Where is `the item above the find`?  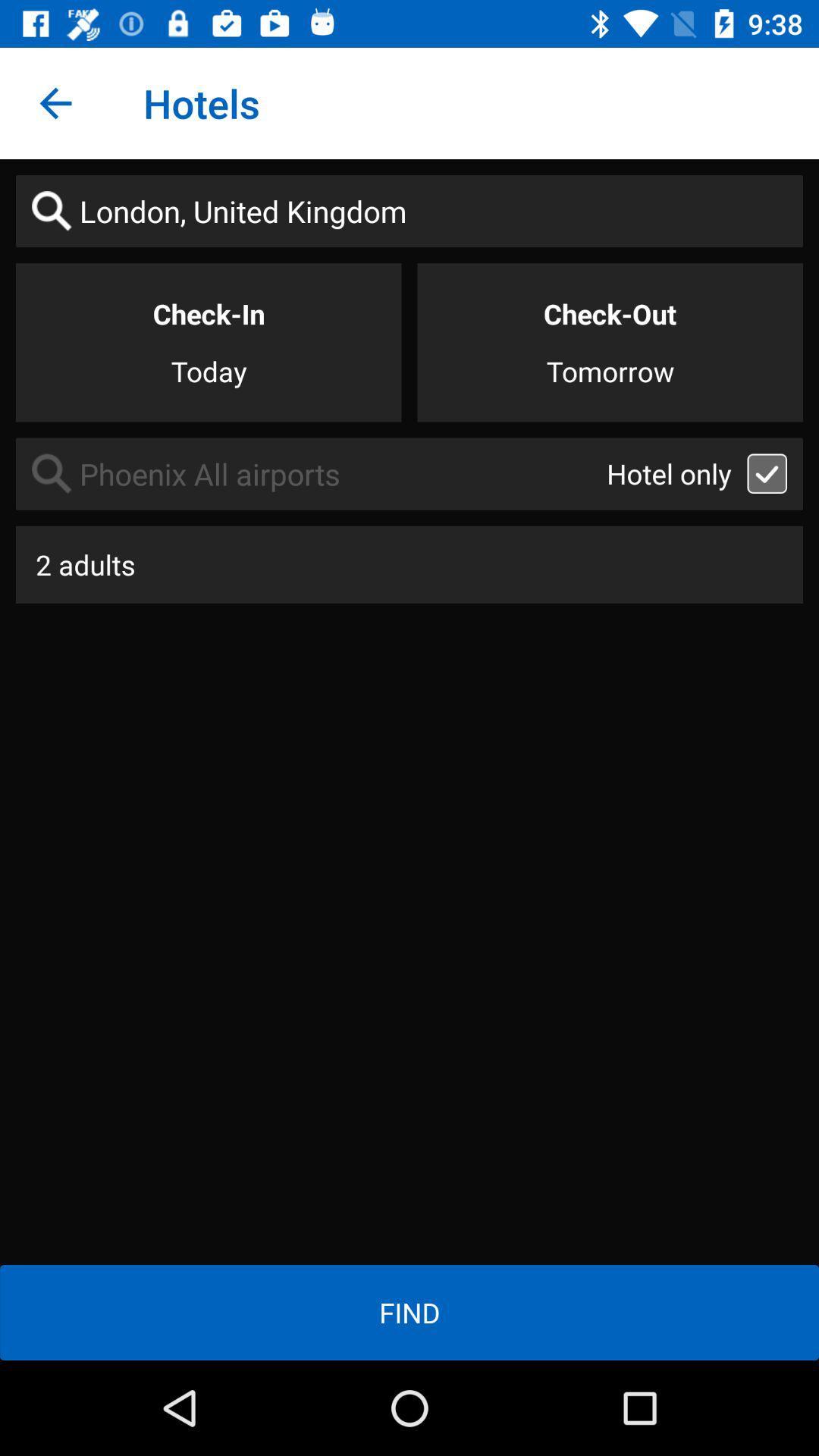
the item above the find is located at coordinates (409, 563).